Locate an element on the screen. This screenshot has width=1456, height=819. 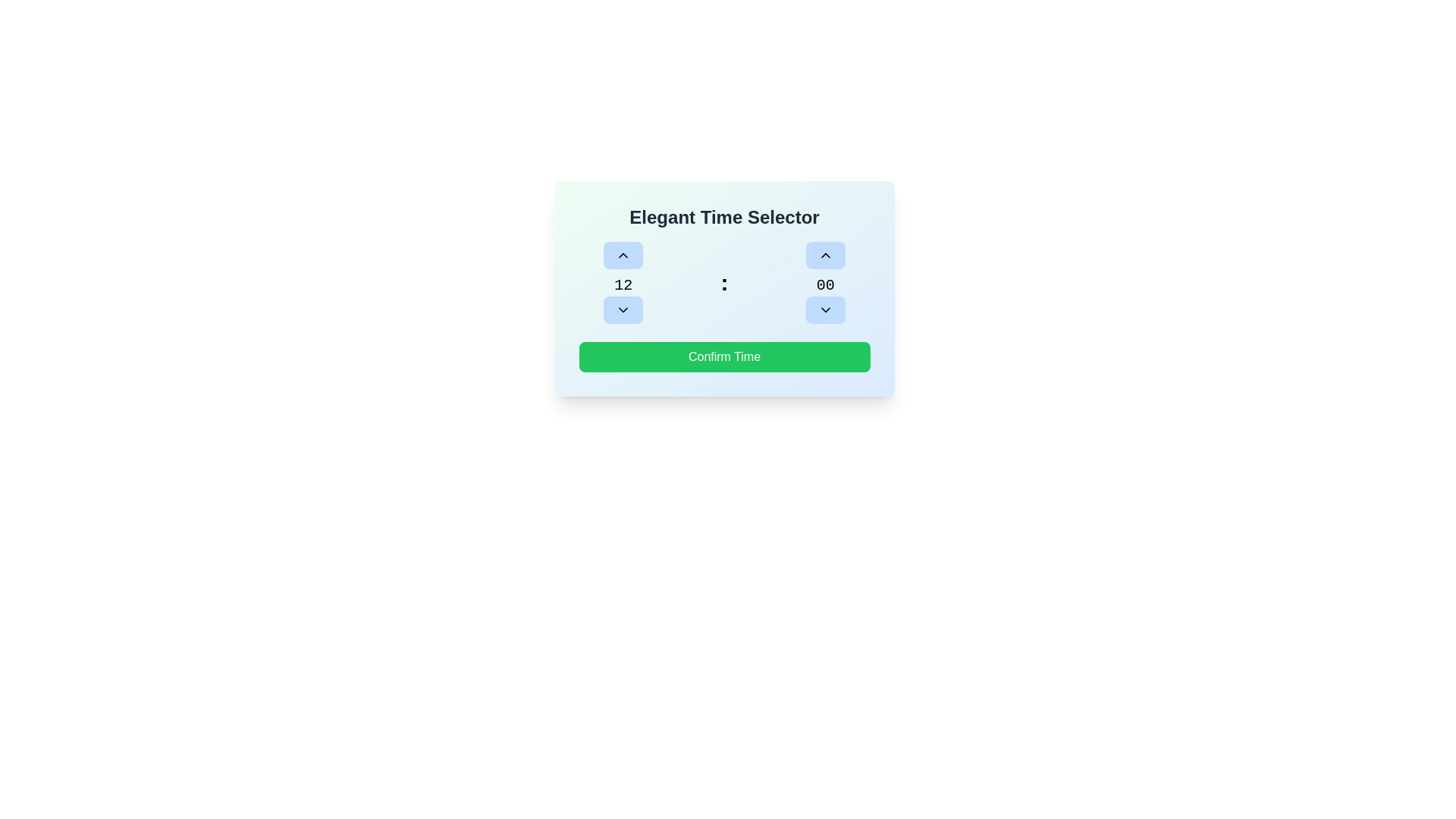
the small upward-pointing chevron icon within the light blue button located in the top-right position of the time selector interface is located at coordinates (824, 254).